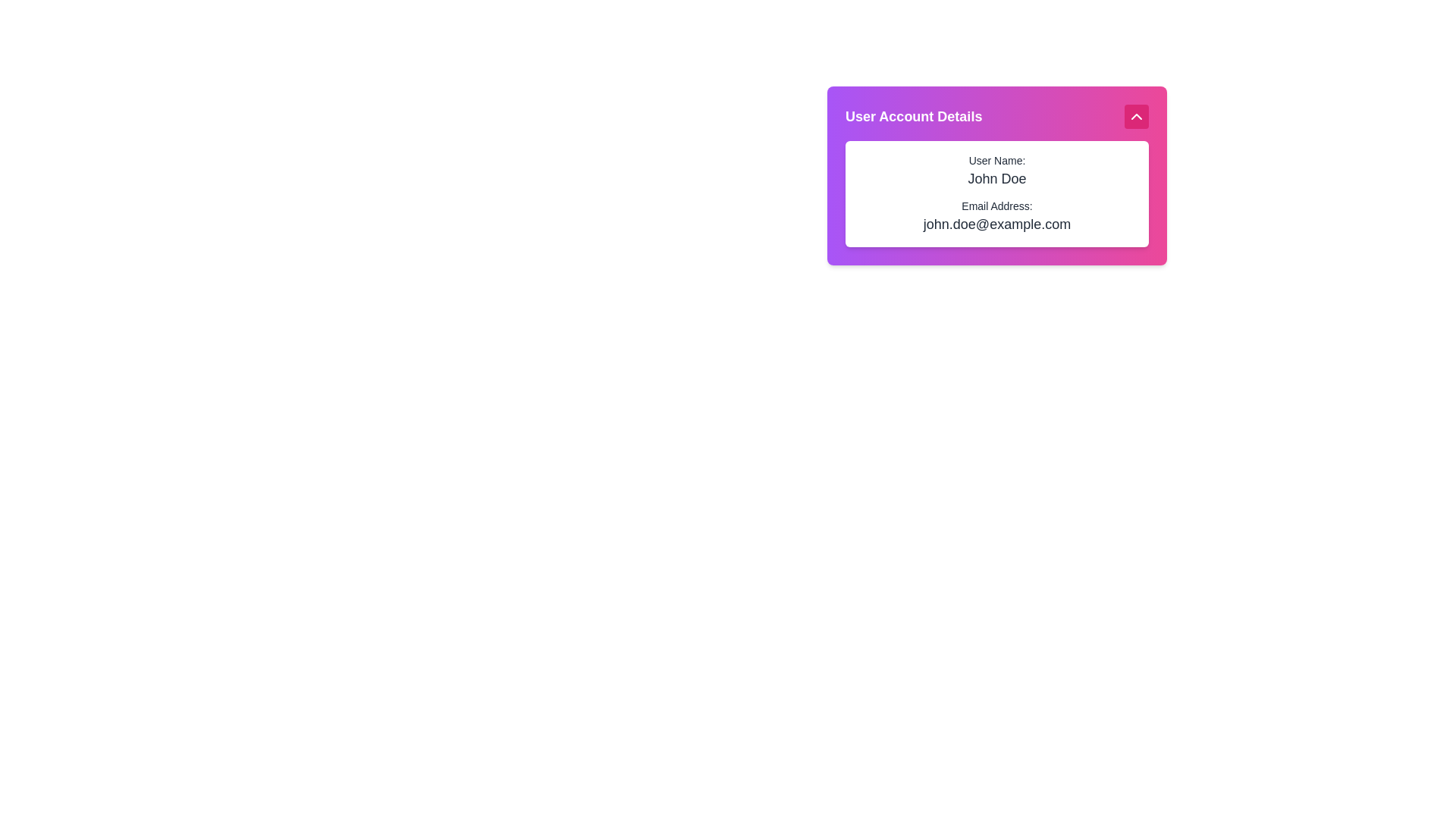  What do you see at coordinates (997, 216) in the screenshot?
I see `the text-based label displaying the user's email address, which is located directly below the 'User Name: John Doe' element` at bounding box center [997, 216].